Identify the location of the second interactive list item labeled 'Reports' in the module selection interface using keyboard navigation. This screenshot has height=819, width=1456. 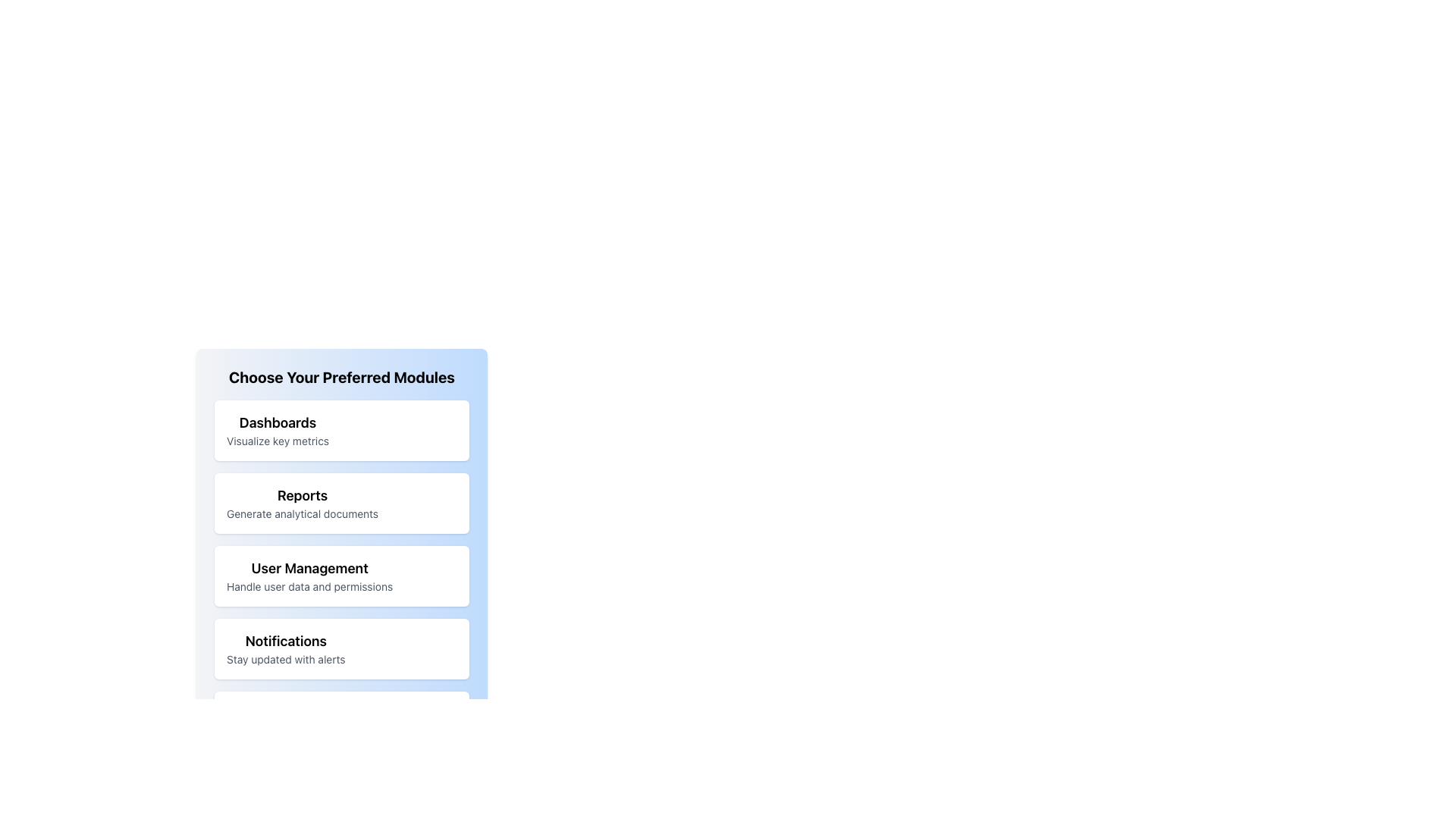
(302, 503).